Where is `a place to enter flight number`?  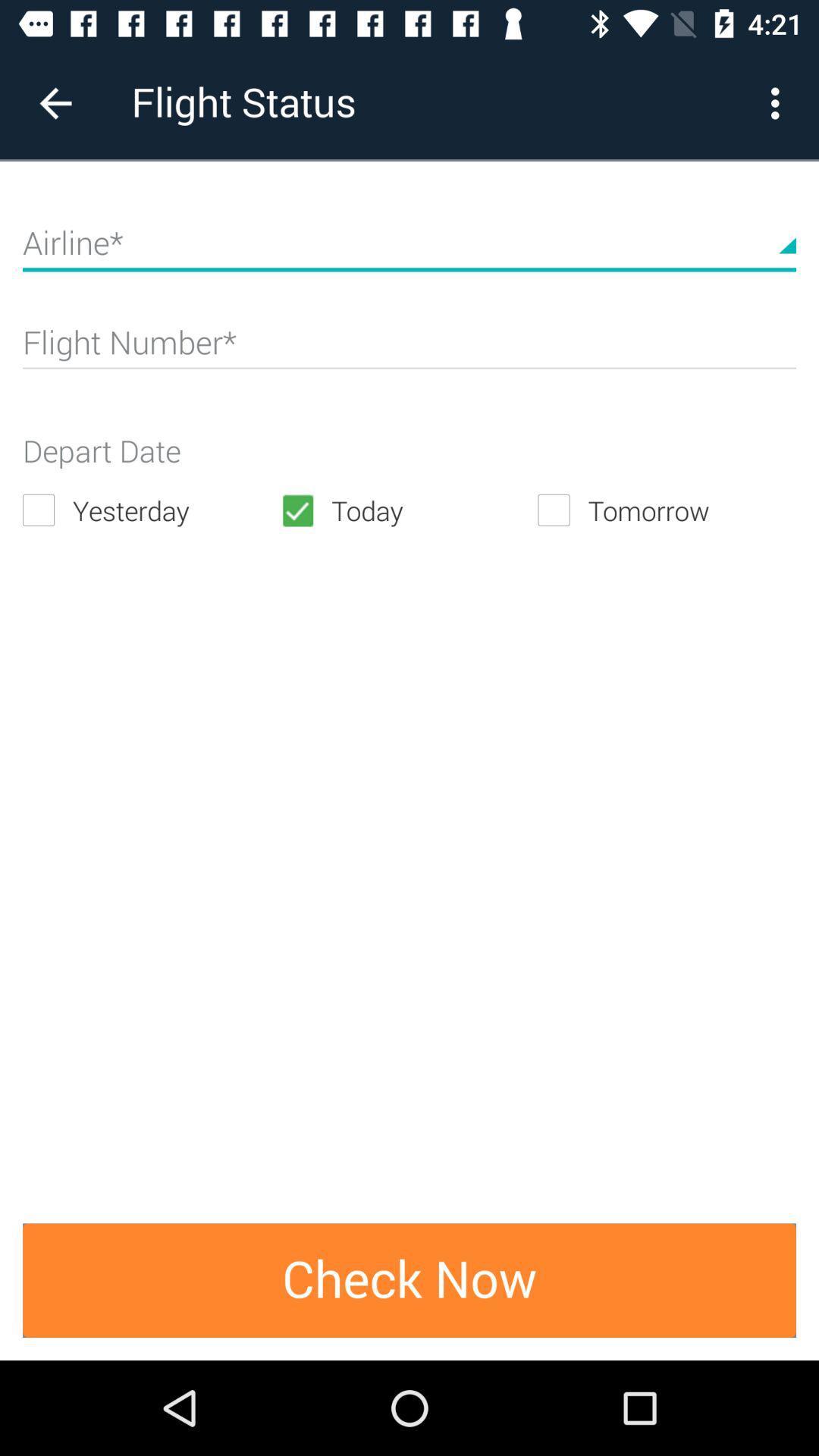 a place to enter flight number is located at coordinates (409, 348).